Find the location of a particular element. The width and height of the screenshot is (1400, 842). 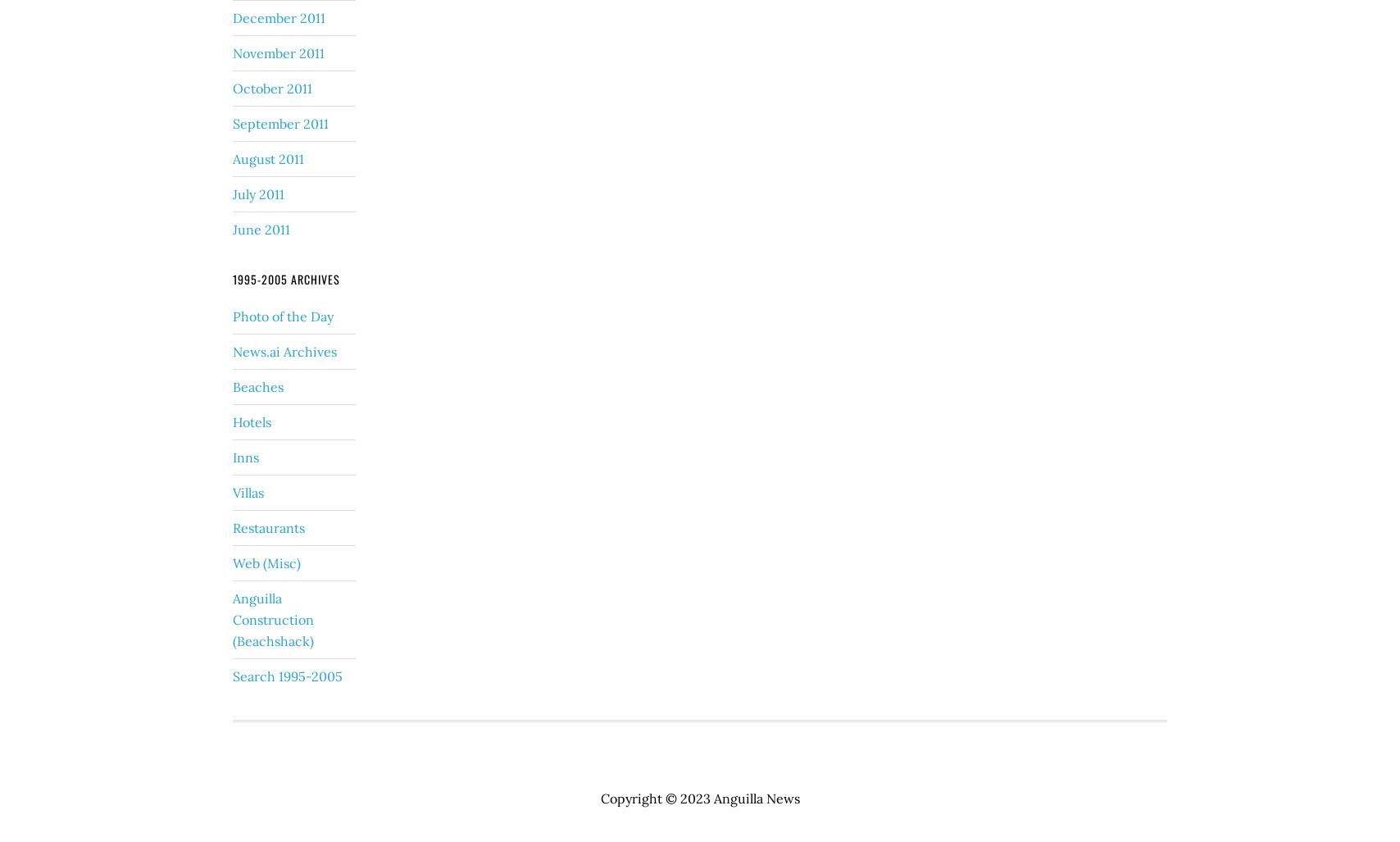

'News.ai Archives' is located at coordinates (233, 350).